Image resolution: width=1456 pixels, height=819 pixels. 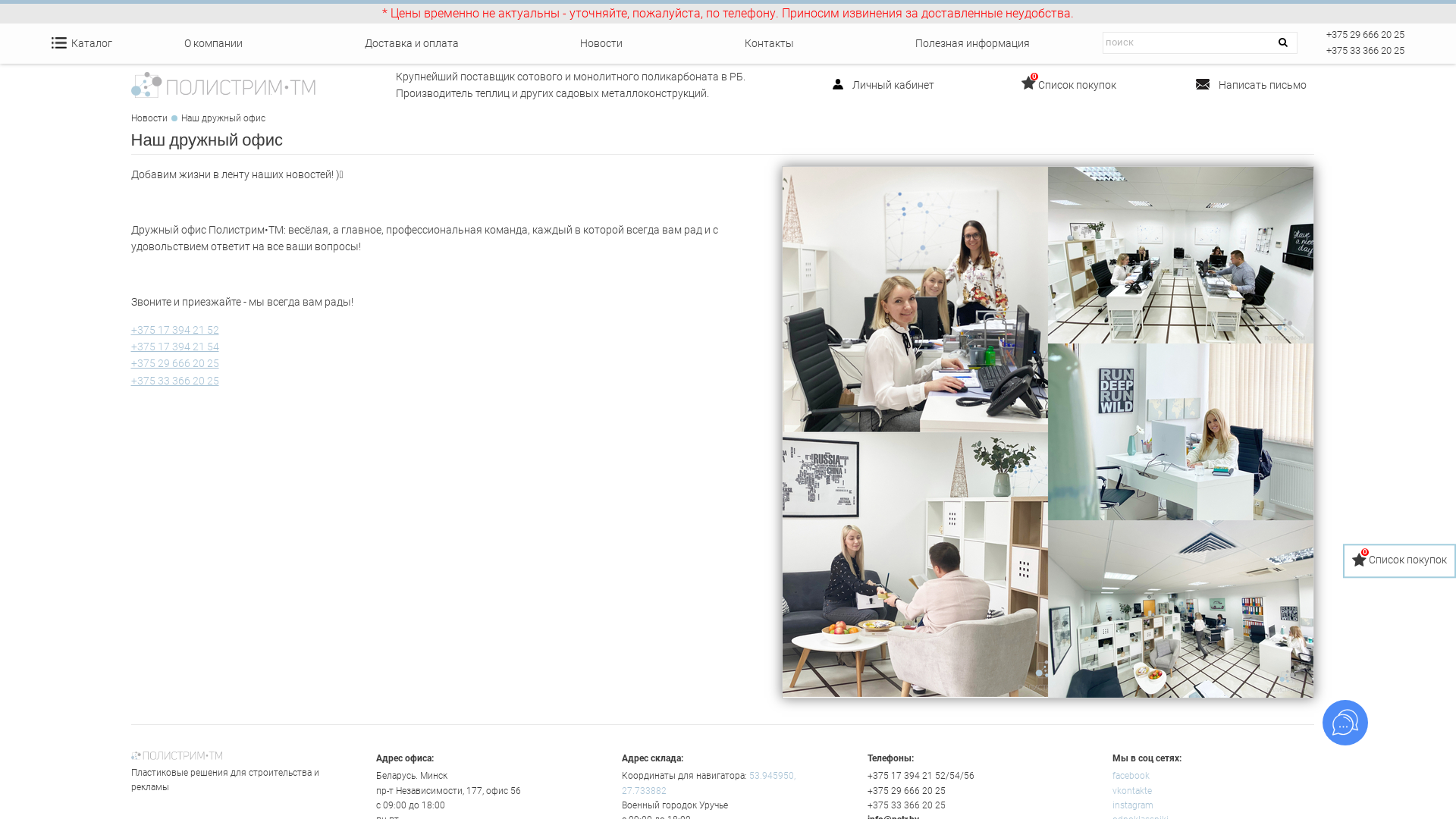 I want to click on 'vkontakte', so click(x=1131, y=789).